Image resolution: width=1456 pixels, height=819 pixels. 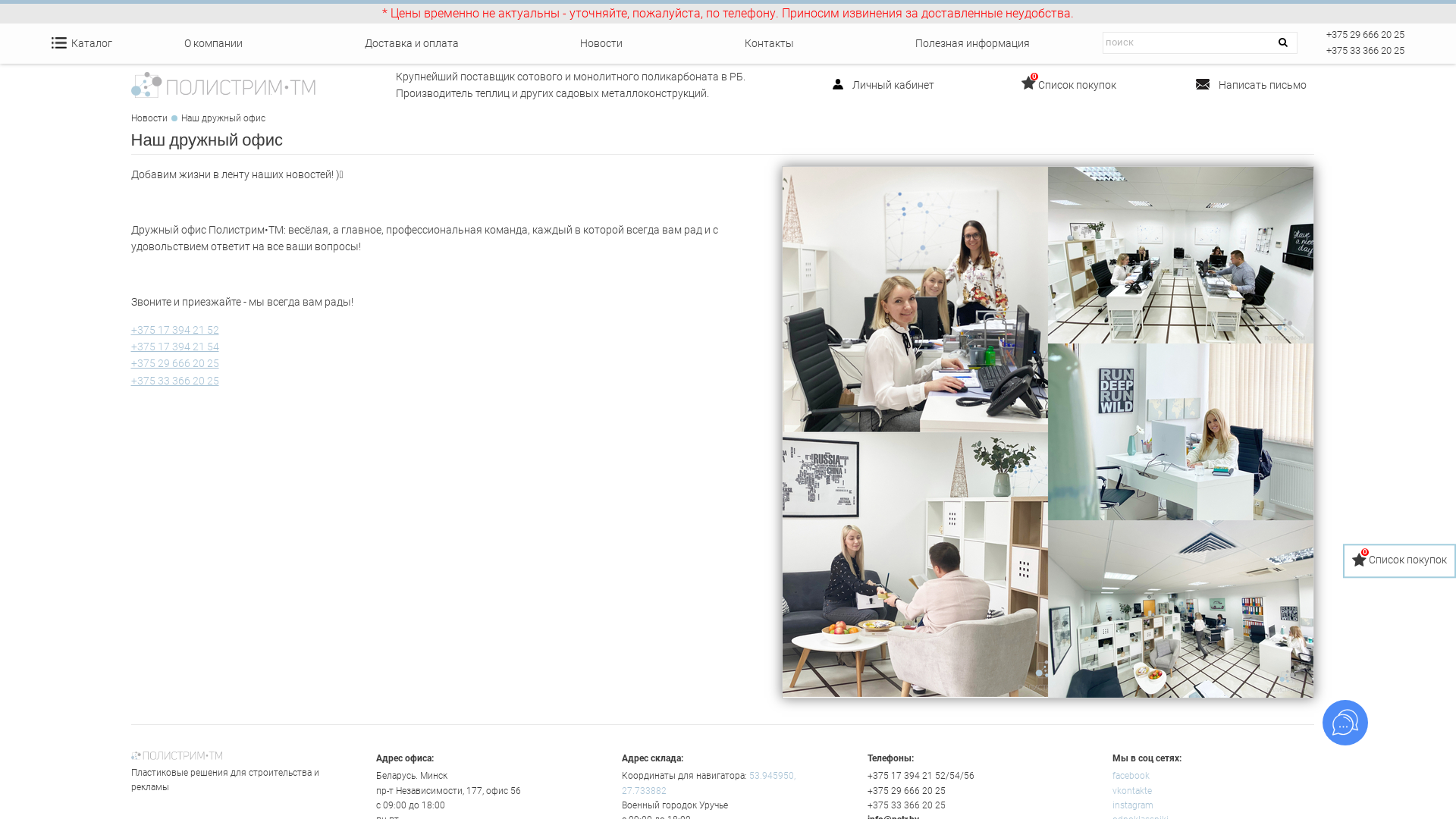 I want to click on 'vkontakte', so click(x=1131, y=789).